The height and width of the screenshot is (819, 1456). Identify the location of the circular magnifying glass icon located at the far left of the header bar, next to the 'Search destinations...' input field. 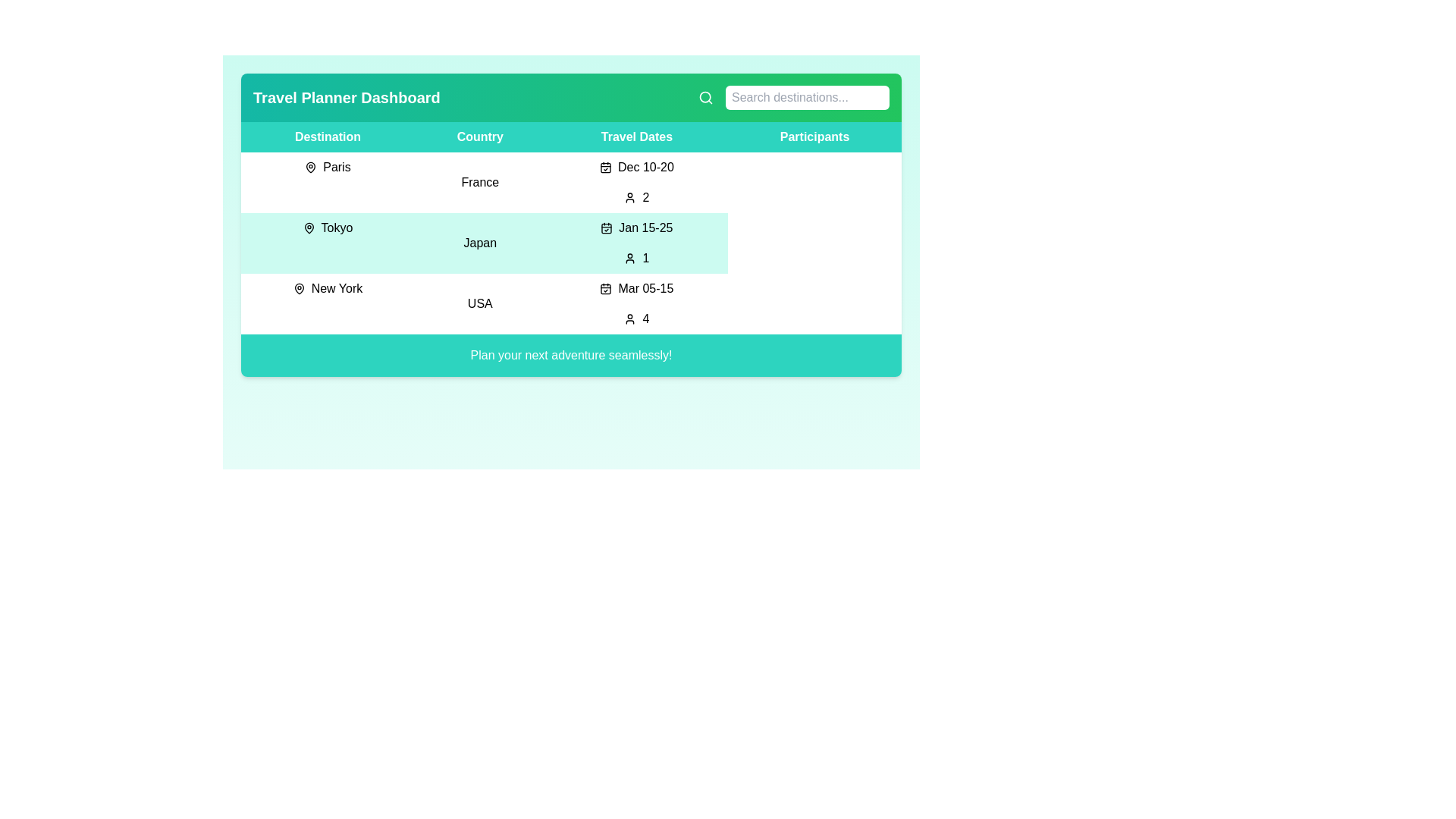
(705, 97).